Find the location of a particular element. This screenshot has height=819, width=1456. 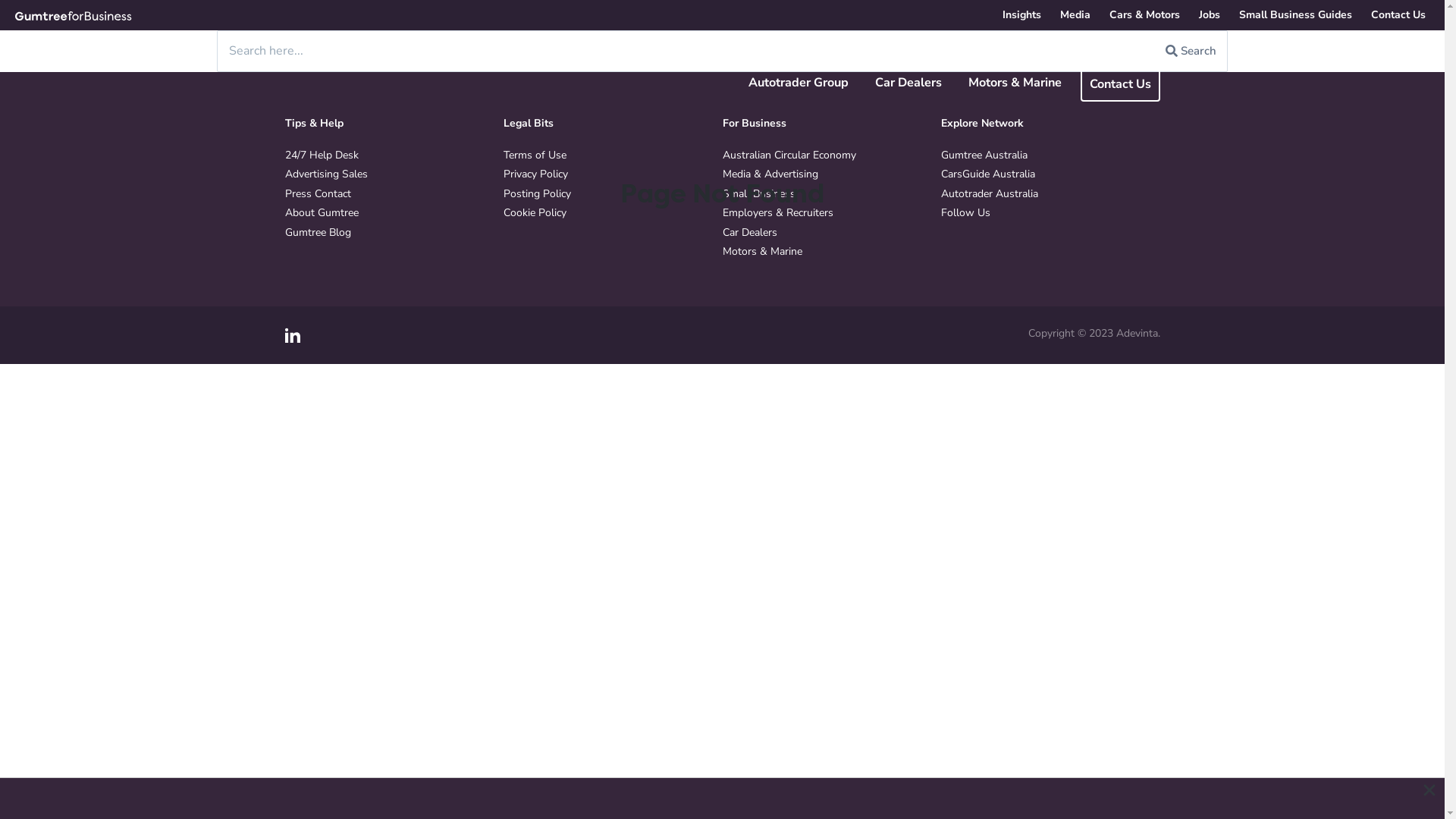

'Legal Bits' is located at coordinates (609, 122).